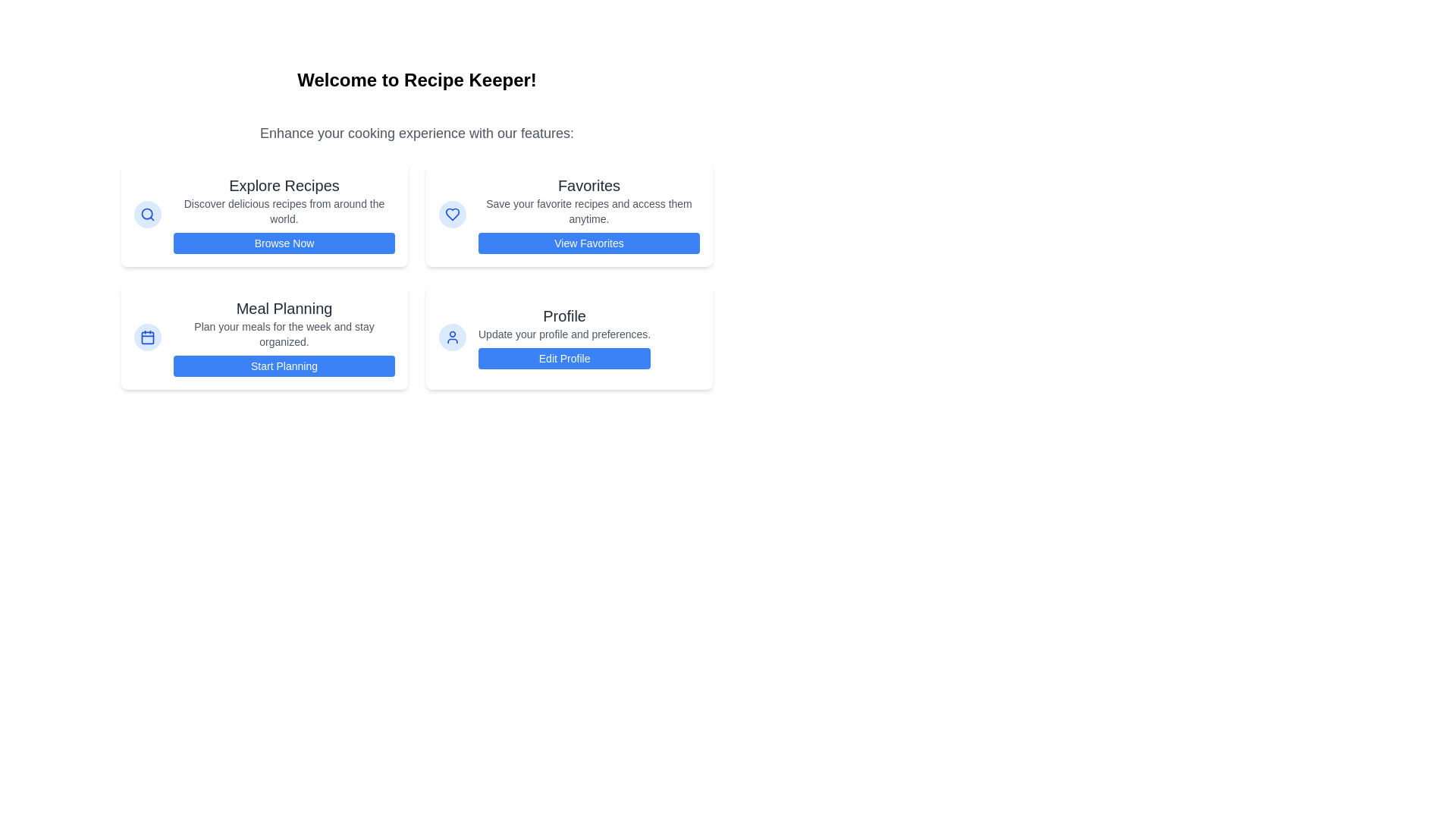  Describe the element at coordinates (451, 336) in the screenshot. I see `the user profile icon, which features a blue outline and is located in the Profile section at the bottom-right of the interface, adjacent to the Edit Profile button` at that location.